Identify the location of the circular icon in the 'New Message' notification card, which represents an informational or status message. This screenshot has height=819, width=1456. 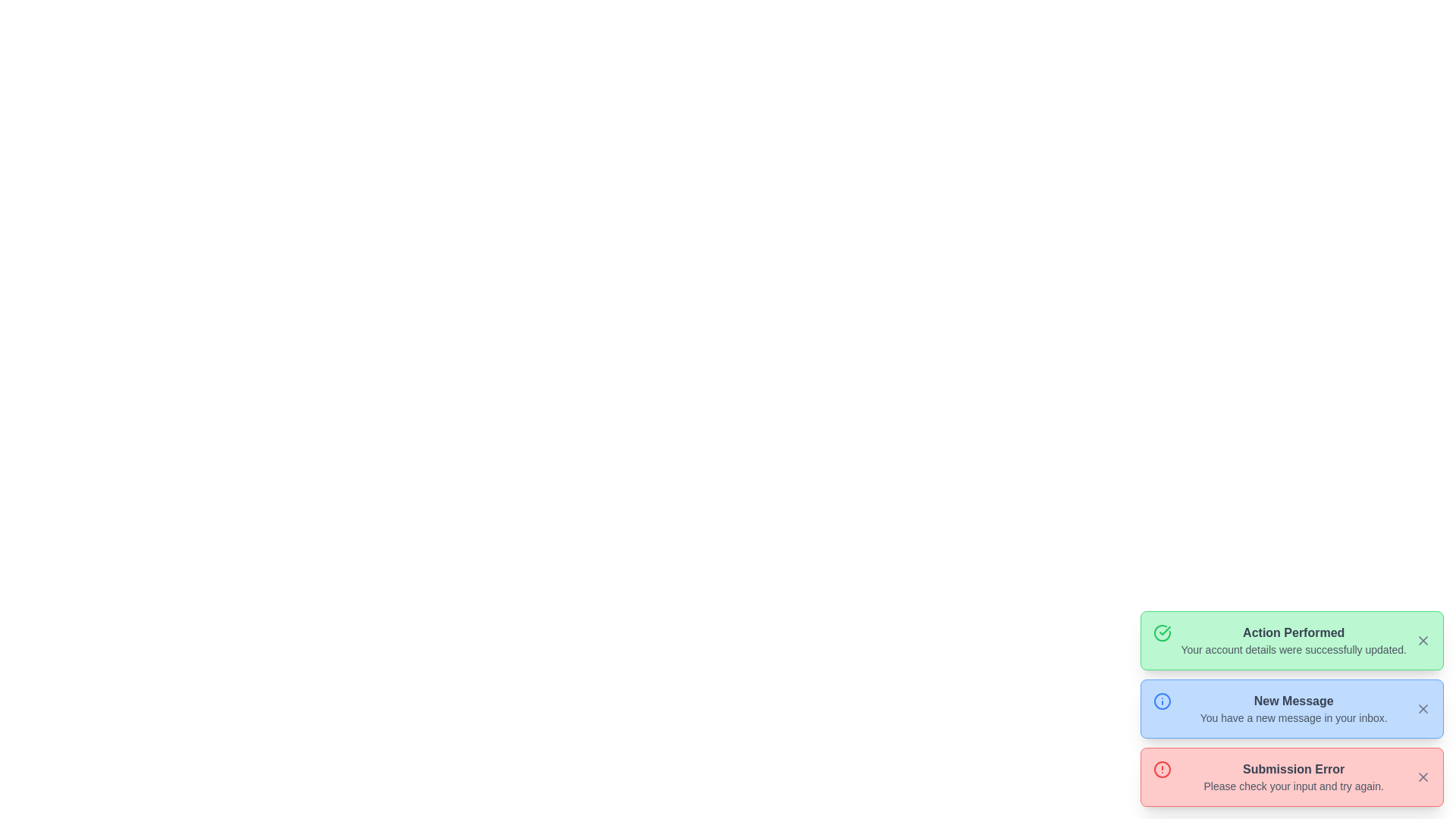
(1162, 701).